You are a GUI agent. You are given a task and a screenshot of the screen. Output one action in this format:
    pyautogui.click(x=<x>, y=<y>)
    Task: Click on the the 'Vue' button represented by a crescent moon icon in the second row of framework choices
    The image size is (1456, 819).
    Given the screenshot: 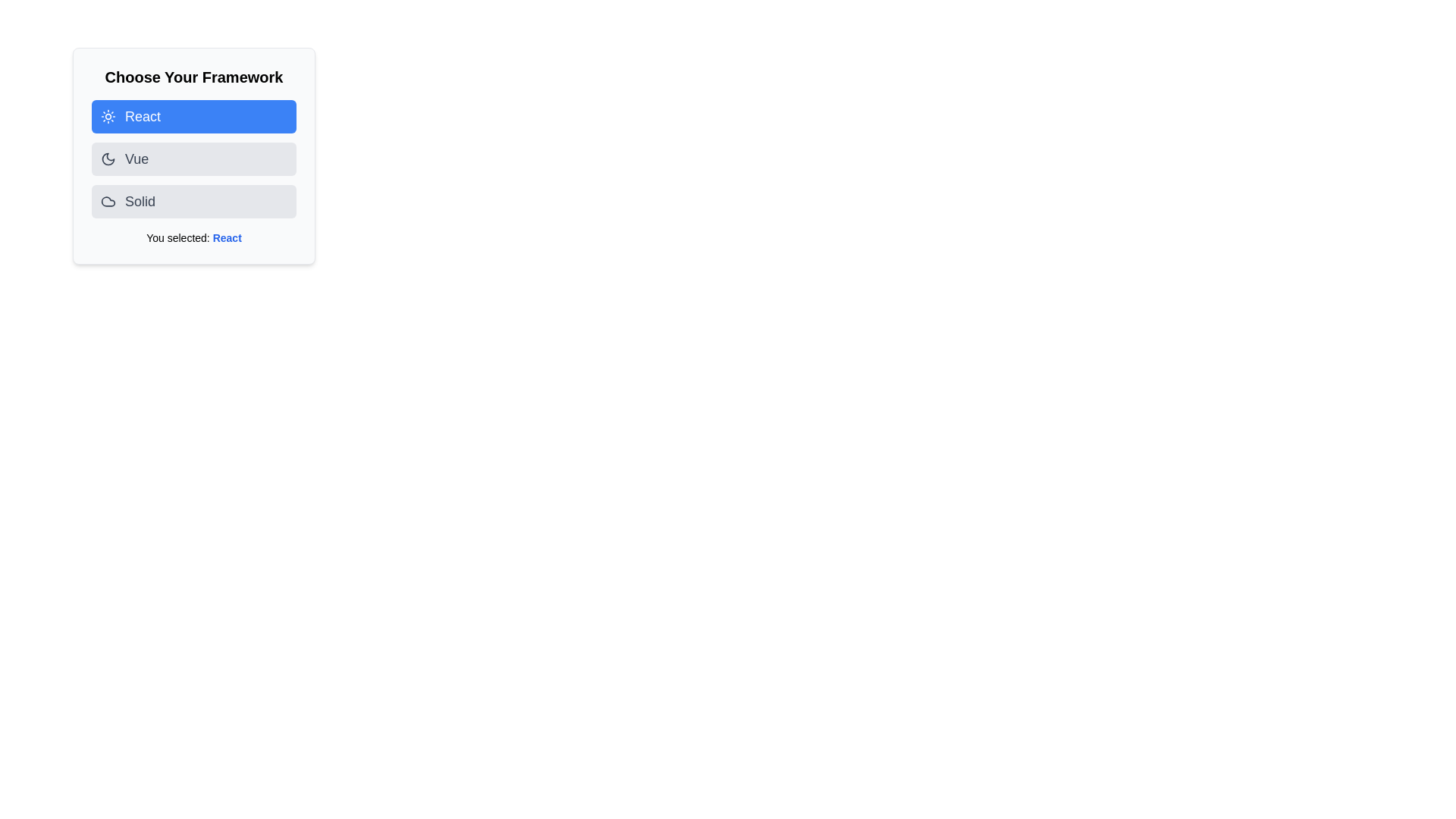 What is the action you would take?
    pyautogui.click(x=108, y=158)
    